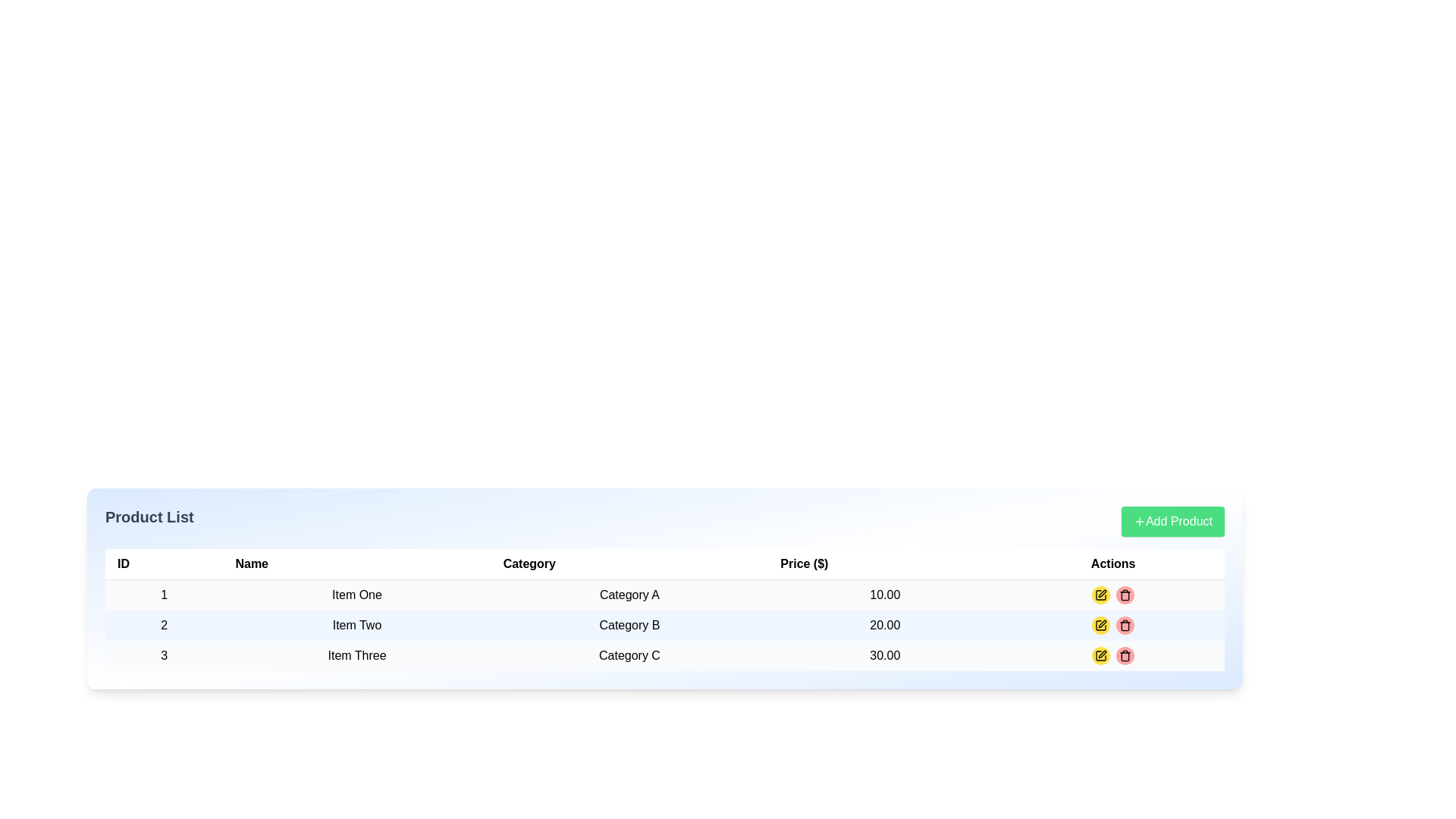 The width and height of the screenshot is (1456, 819). What do you see at coordinates (1101, 626) in the screenshot?
I see `the edit icon resembling a square with a pen or pencil located in the 'Actions' column` at bounding box center [1101, 626].